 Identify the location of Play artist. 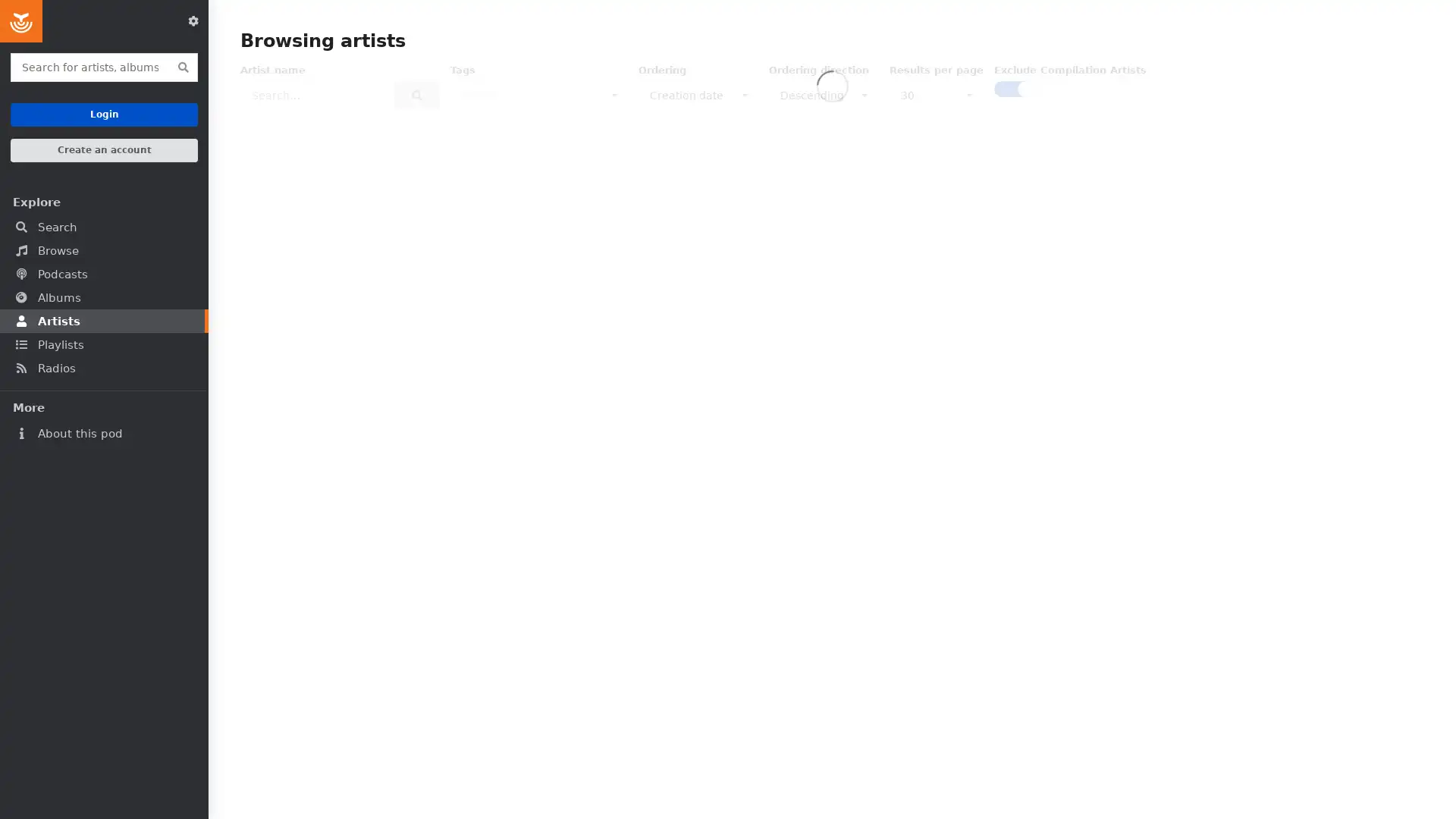
(1354, 522).